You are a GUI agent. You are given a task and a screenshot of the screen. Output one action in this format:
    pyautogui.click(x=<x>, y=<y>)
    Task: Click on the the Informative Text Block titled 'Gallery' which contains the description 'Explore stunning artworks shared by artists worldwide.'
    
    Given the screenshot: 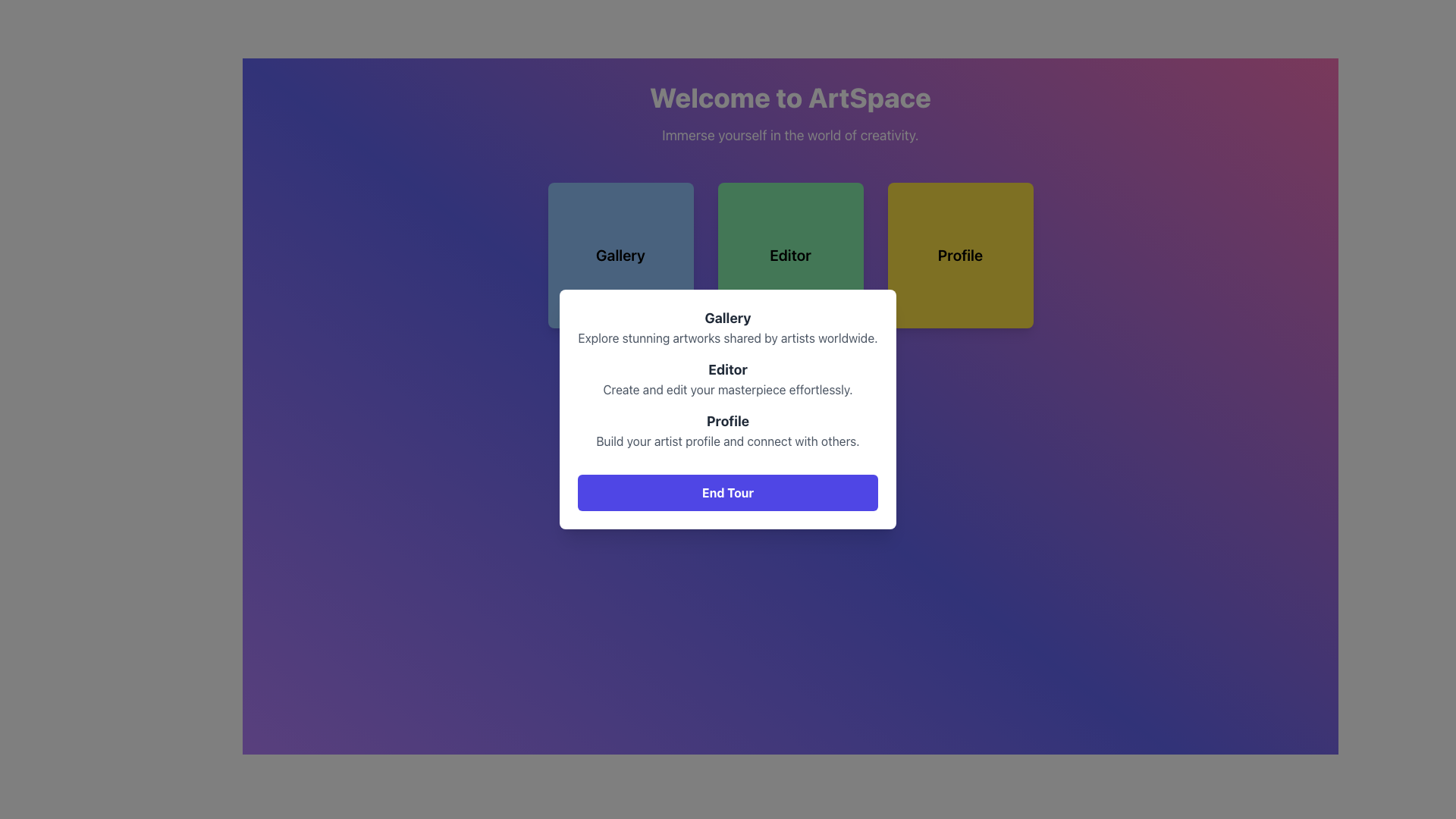 What is the action you would take?
    pyautogui.click(x=728, y=327)
    